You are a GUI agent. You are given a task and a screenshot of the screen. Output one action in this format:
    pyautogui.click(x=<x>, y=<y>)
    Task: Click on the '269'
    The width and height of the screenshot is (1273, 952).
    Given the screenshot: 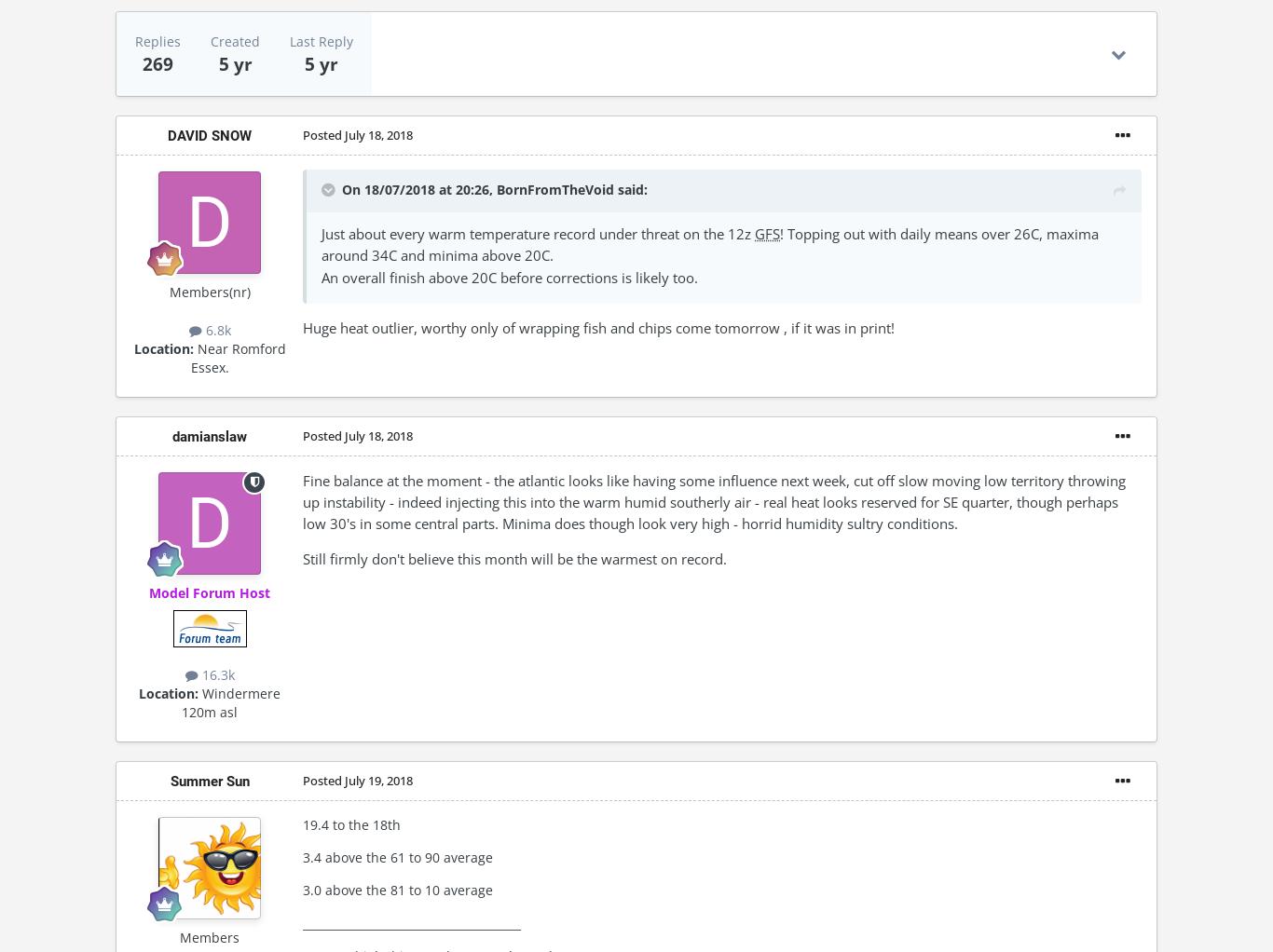 What is the action you would take?
    pyautogui.click(x=157, y=63)
    